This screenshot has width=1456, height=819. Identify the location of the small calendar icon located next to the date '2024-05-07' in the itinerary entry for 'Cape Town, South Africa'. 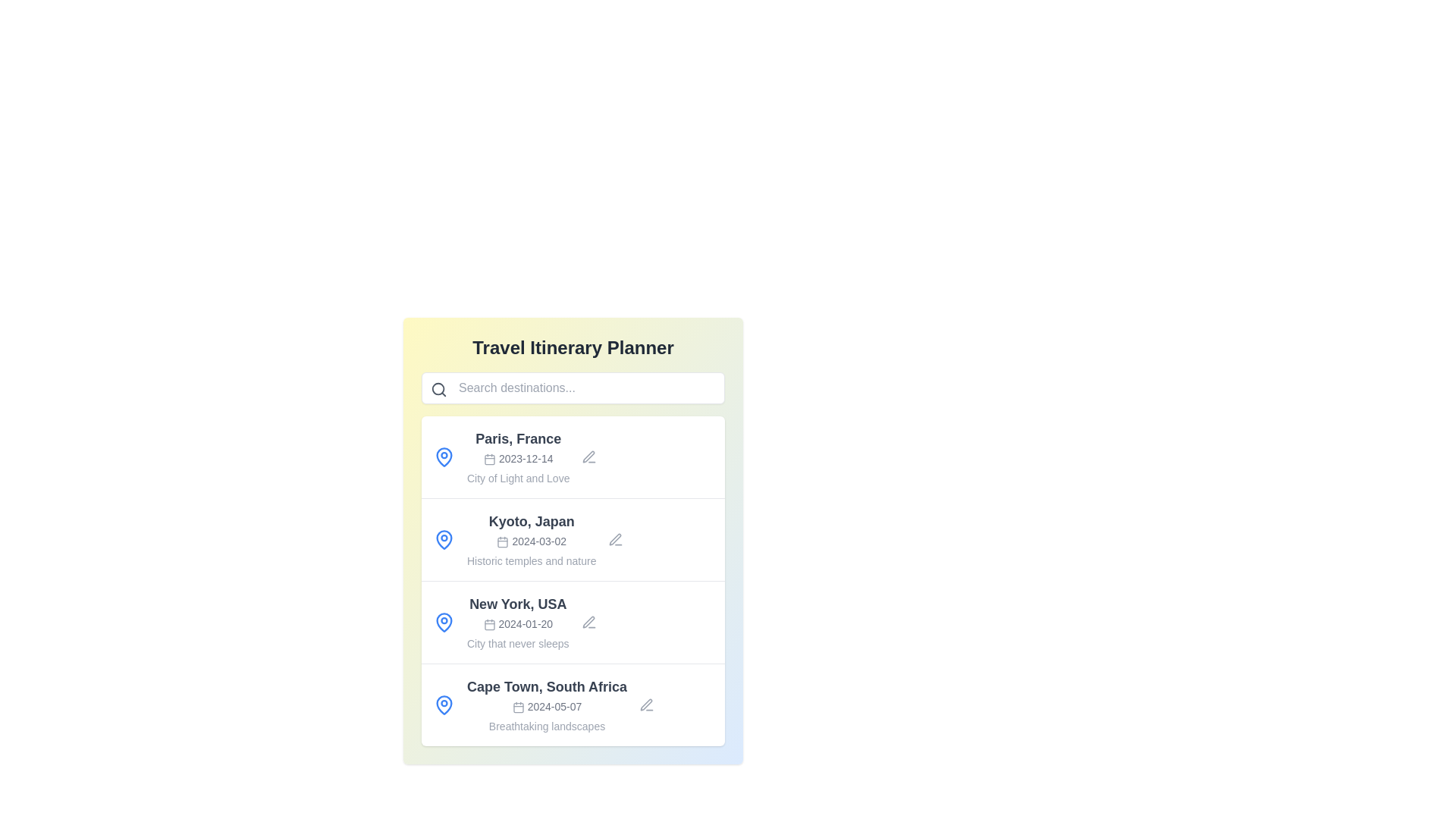
(518, 707).